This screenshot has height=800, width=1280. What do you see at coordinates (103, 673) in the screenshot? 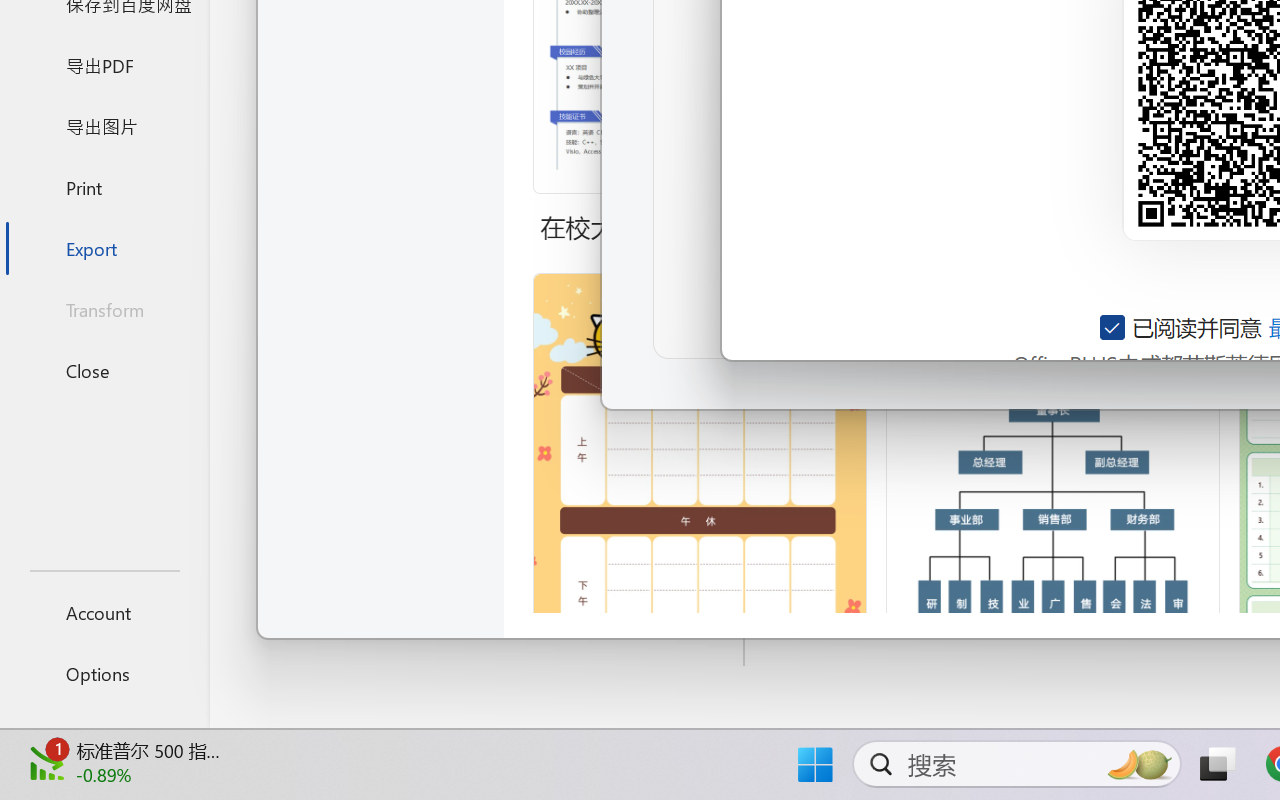
I see `'Options'` at bounding box center [103, 673].